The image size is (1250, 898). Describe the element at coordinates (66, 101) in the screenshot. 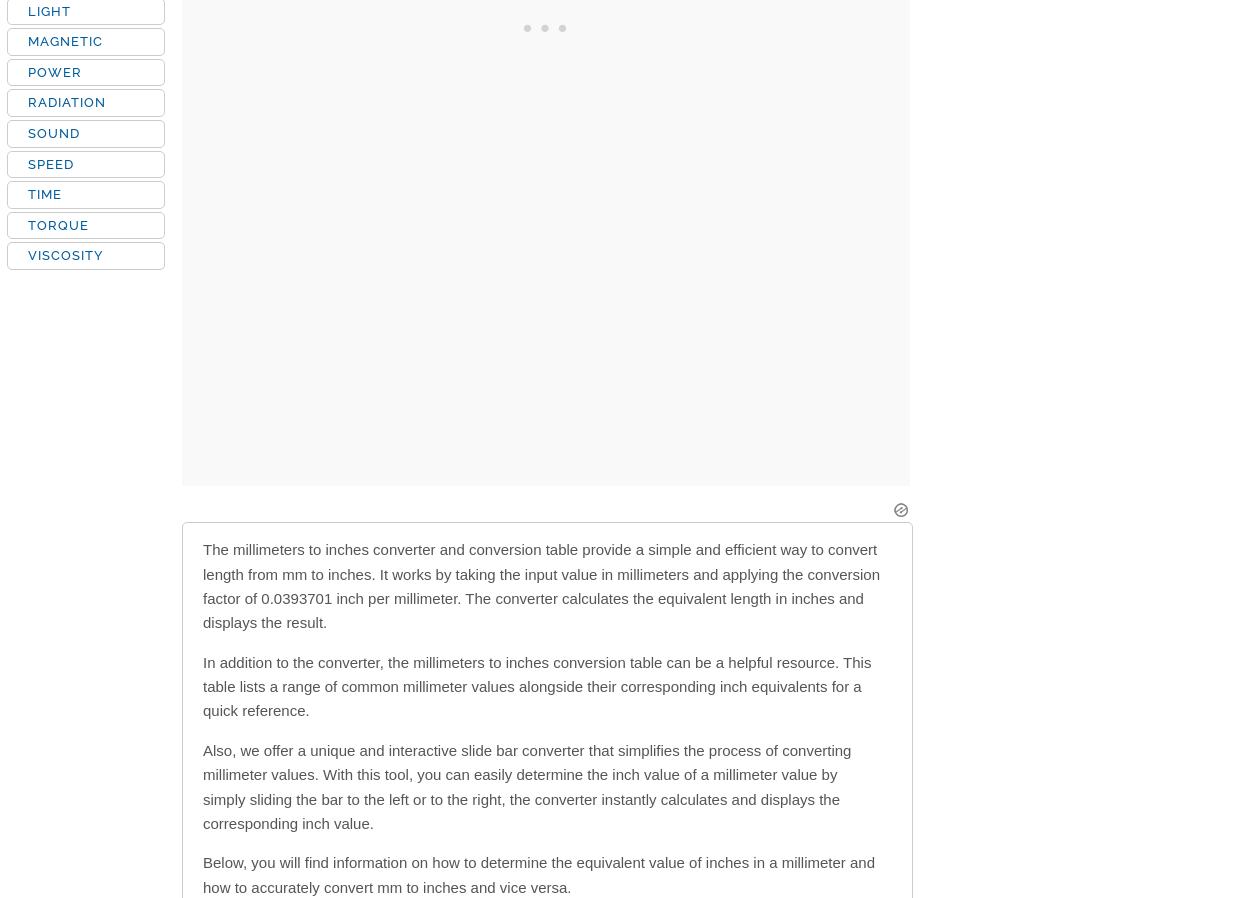

I see `'RADIATION'` at that location.